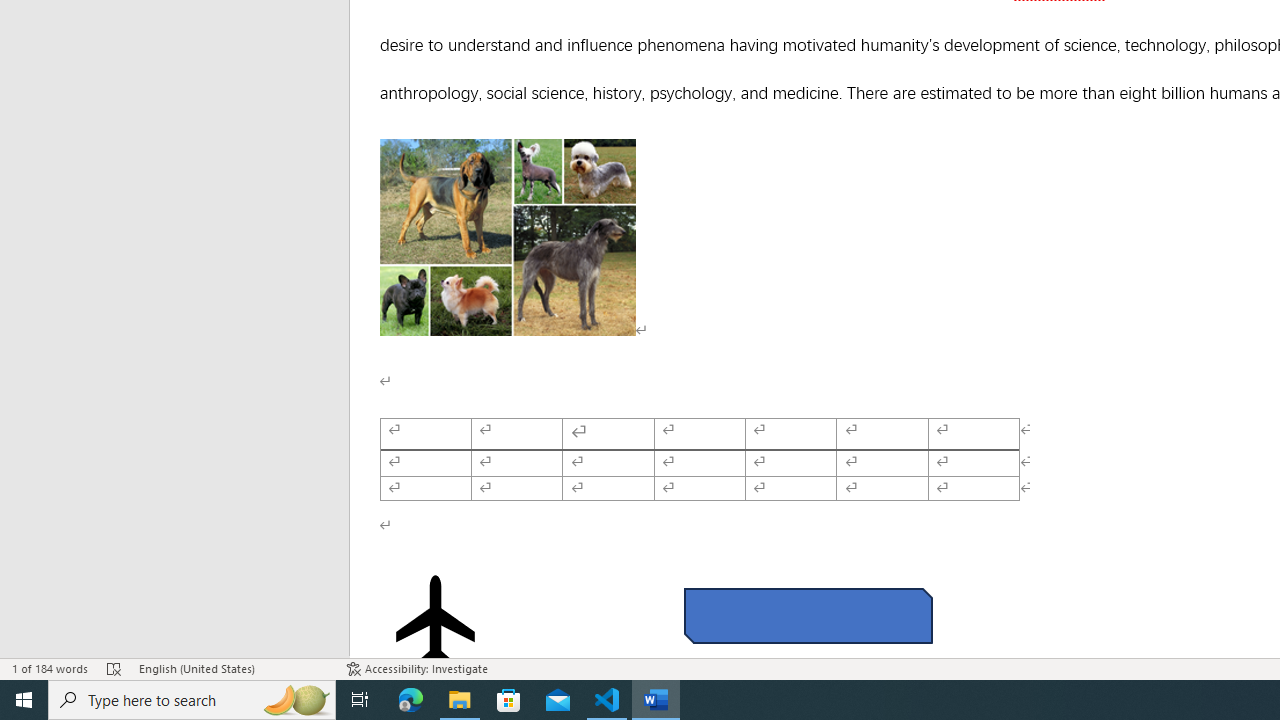 The width and height of the screenshot is (1280, 720). What do you see at coordinates (434, 620) in the screenshot?
I see `'Airplane with solid fill'` at bounding box center [434, 620].